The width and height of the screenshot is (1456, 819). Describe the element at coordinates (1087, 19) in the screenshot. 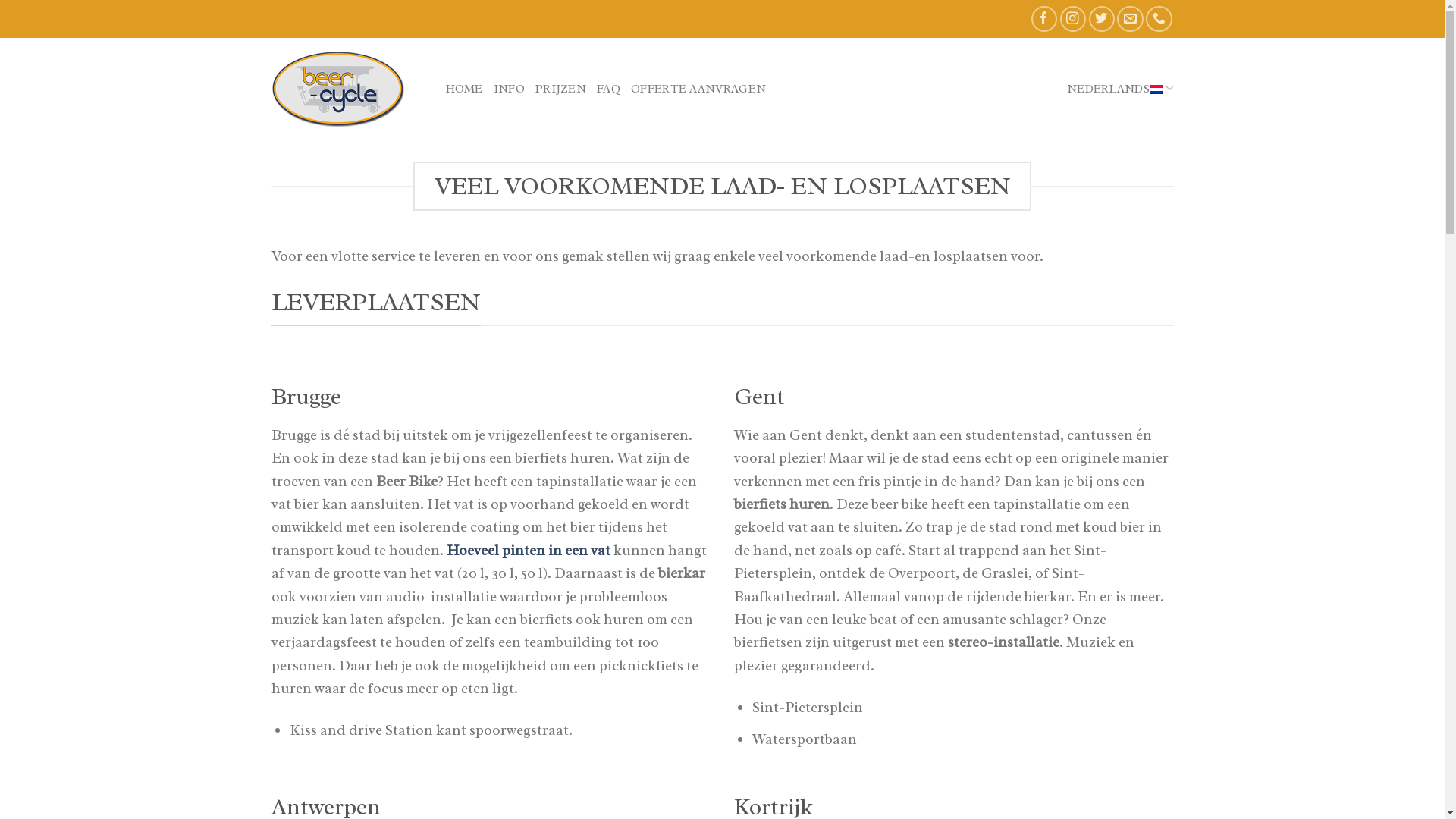

I see `'Volg ons op Twitter'` at that location.